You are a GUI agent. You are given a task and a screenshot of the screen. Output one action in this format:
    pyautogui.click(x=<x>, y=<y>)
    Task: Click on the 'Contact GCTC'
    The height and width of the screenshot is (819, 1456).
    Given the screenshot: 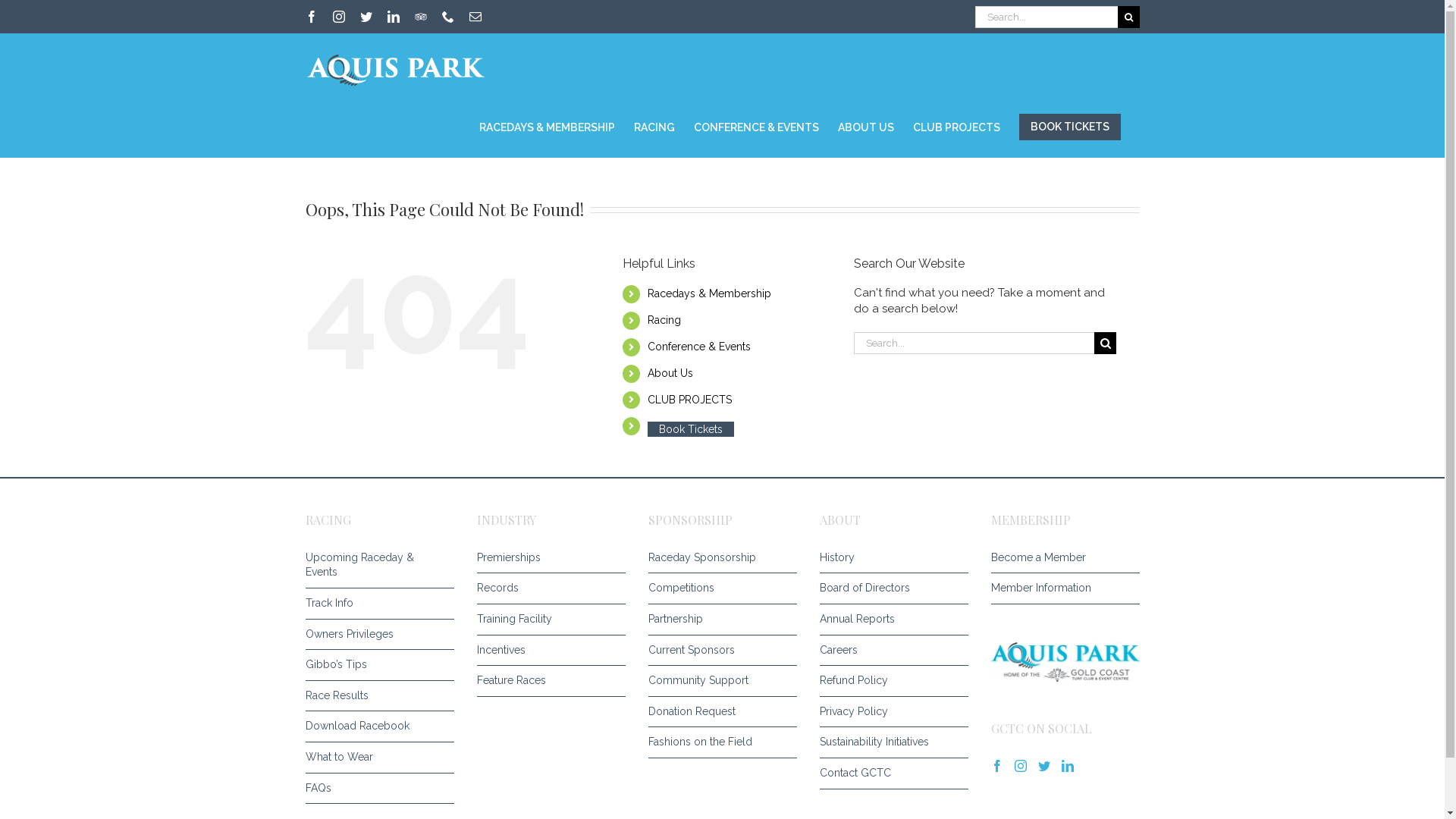 What is the action you would take?
    pyautogui.click(x=889, y=773)
    